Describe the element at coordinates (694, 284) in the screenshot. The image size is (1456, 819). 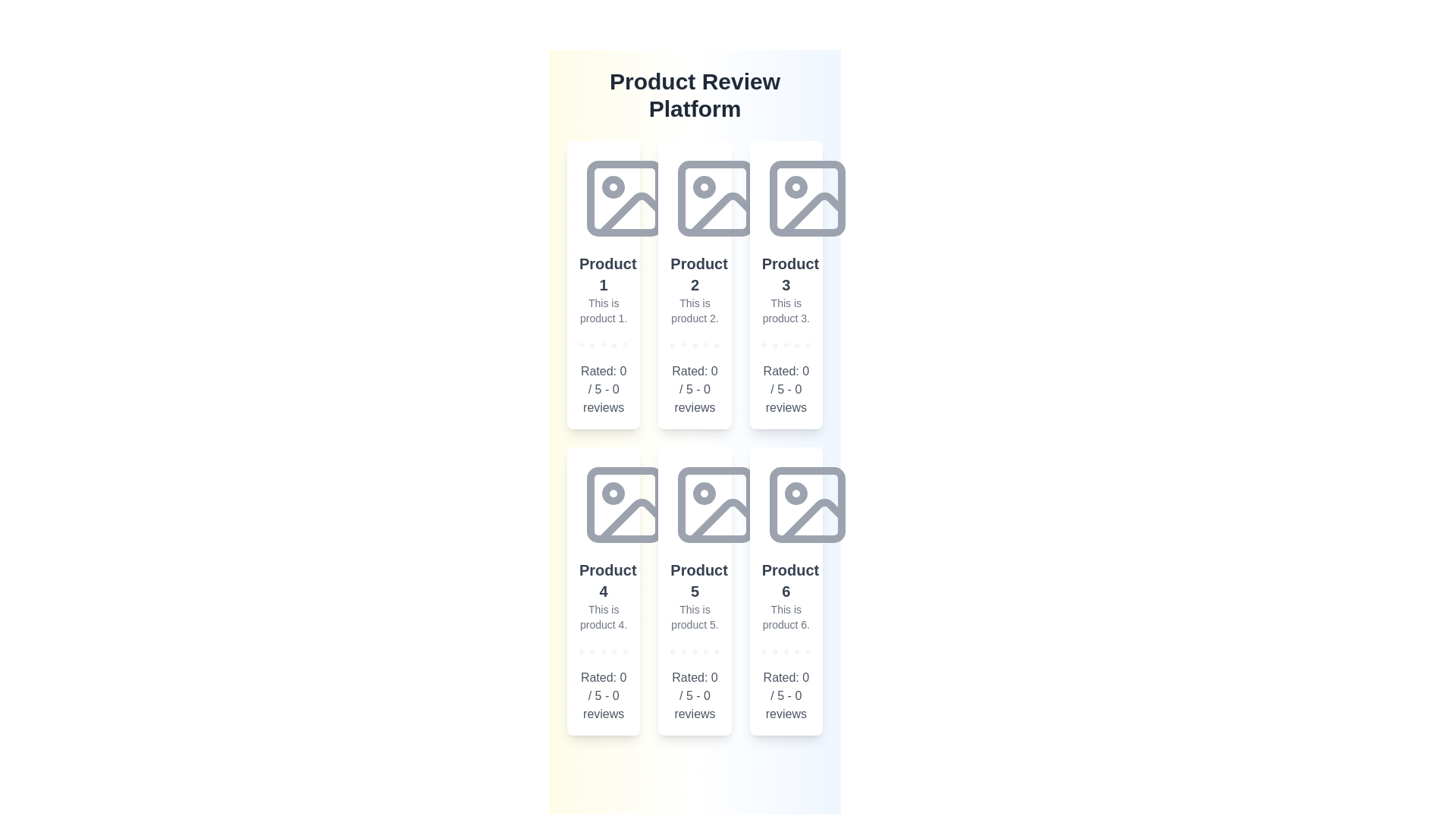
I see `the details of the product card Product 2` at that location.